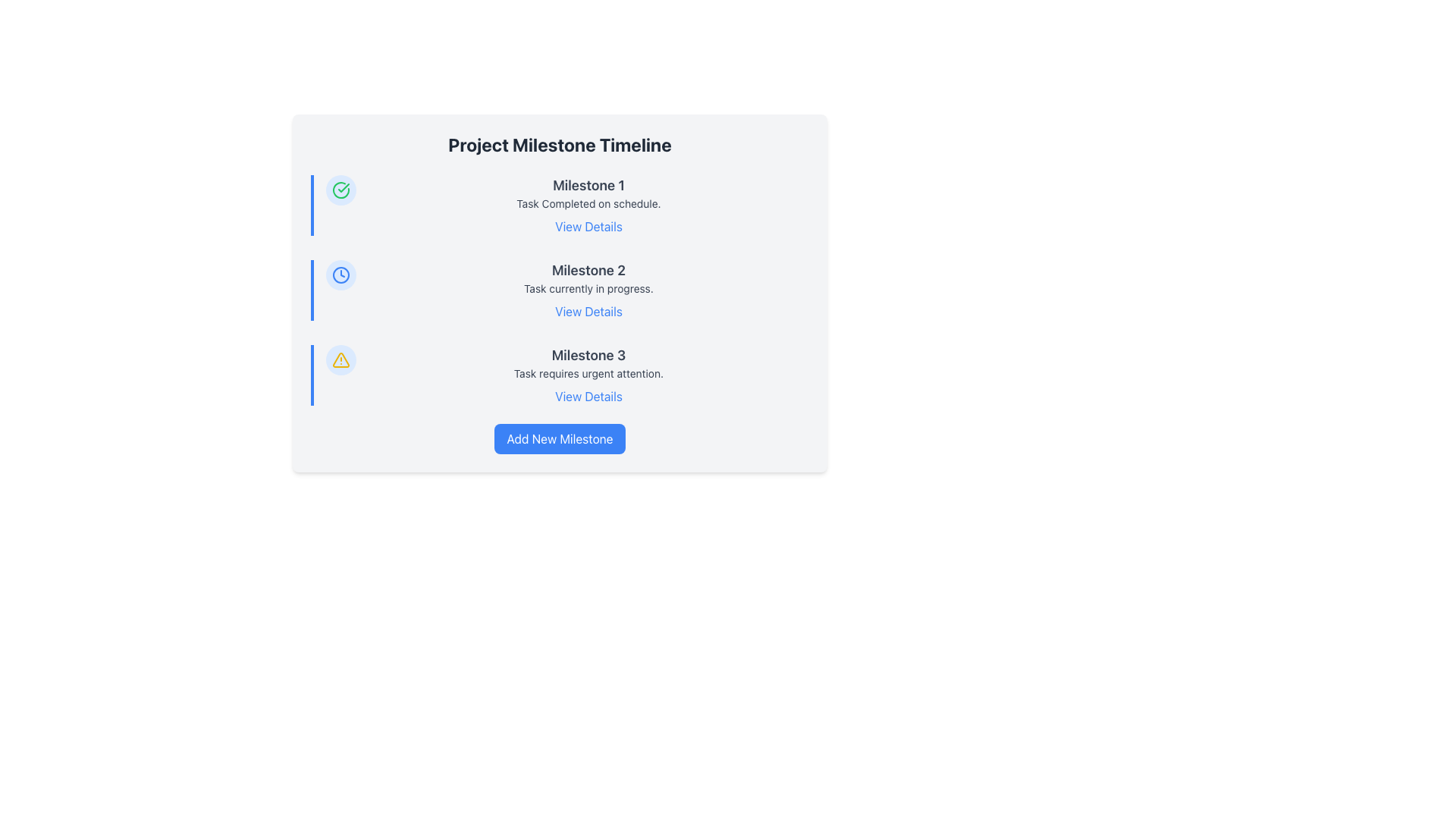  What do you see at coordinates (340, 189) in the screenshot?
I see `the SVG checkmark icon with a green stroke, located in the milestone timeline interface next to 'Milestone 1'` at bounding box center [340, 189].